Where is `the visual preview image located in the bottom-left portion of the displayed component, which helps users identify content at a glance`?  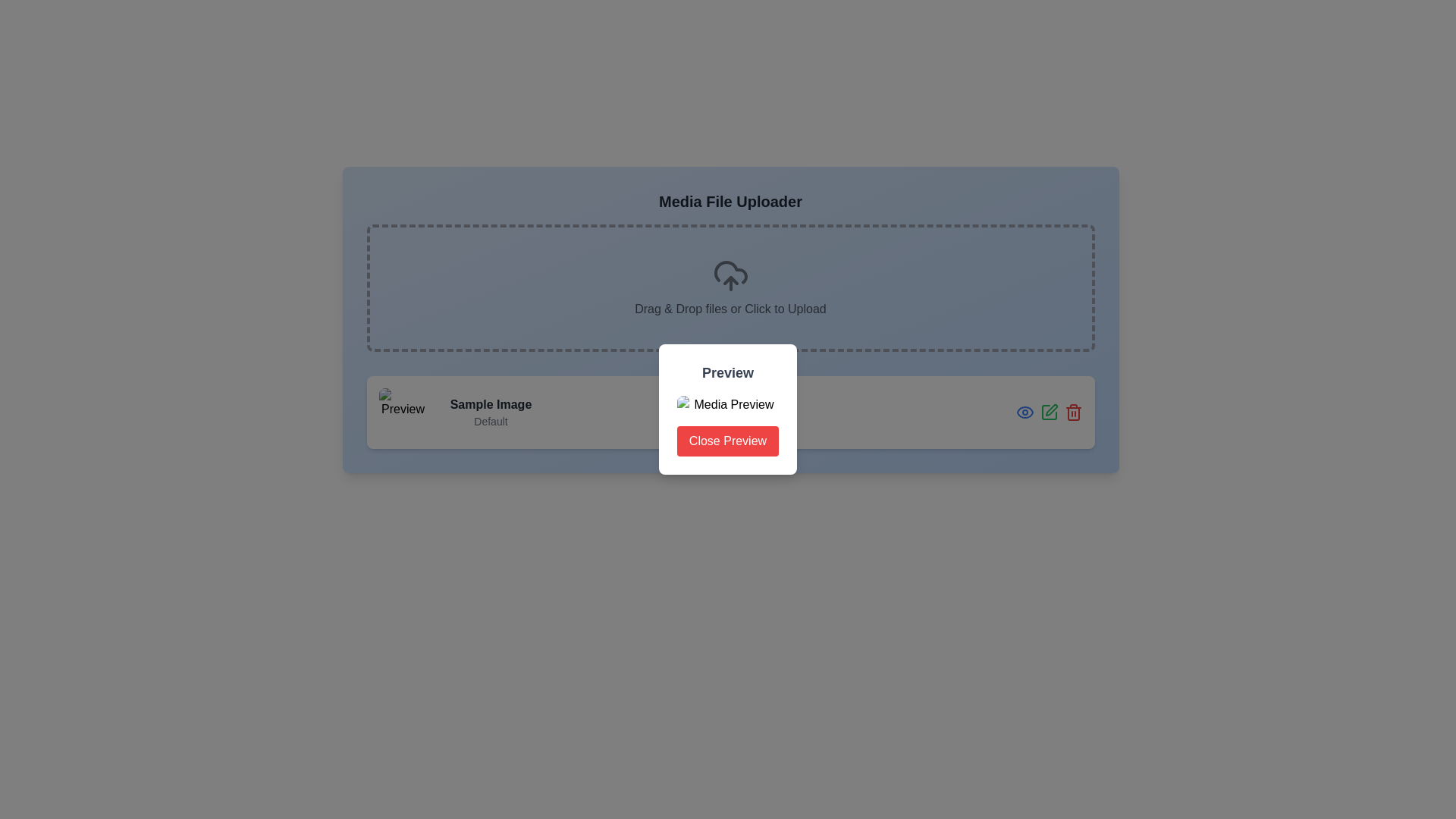
the visual preview image located in the bottom-left portion of the displayed component, which helps users identify content at a glance is located at coordinates (403, 412).